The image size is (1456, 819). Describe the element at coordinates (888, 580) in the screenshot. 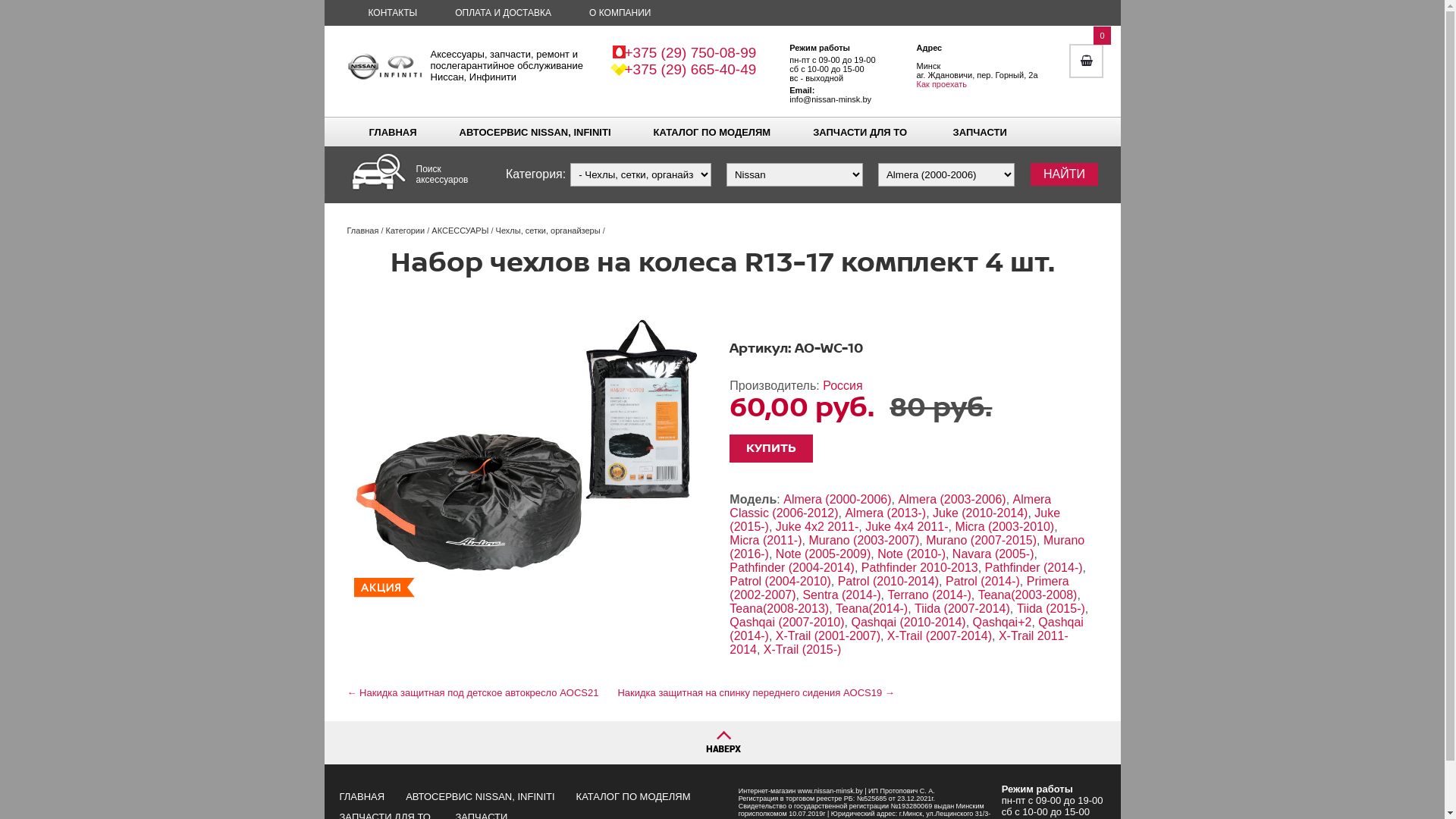

I see `'Patrol (2010-2014)'` at that location.